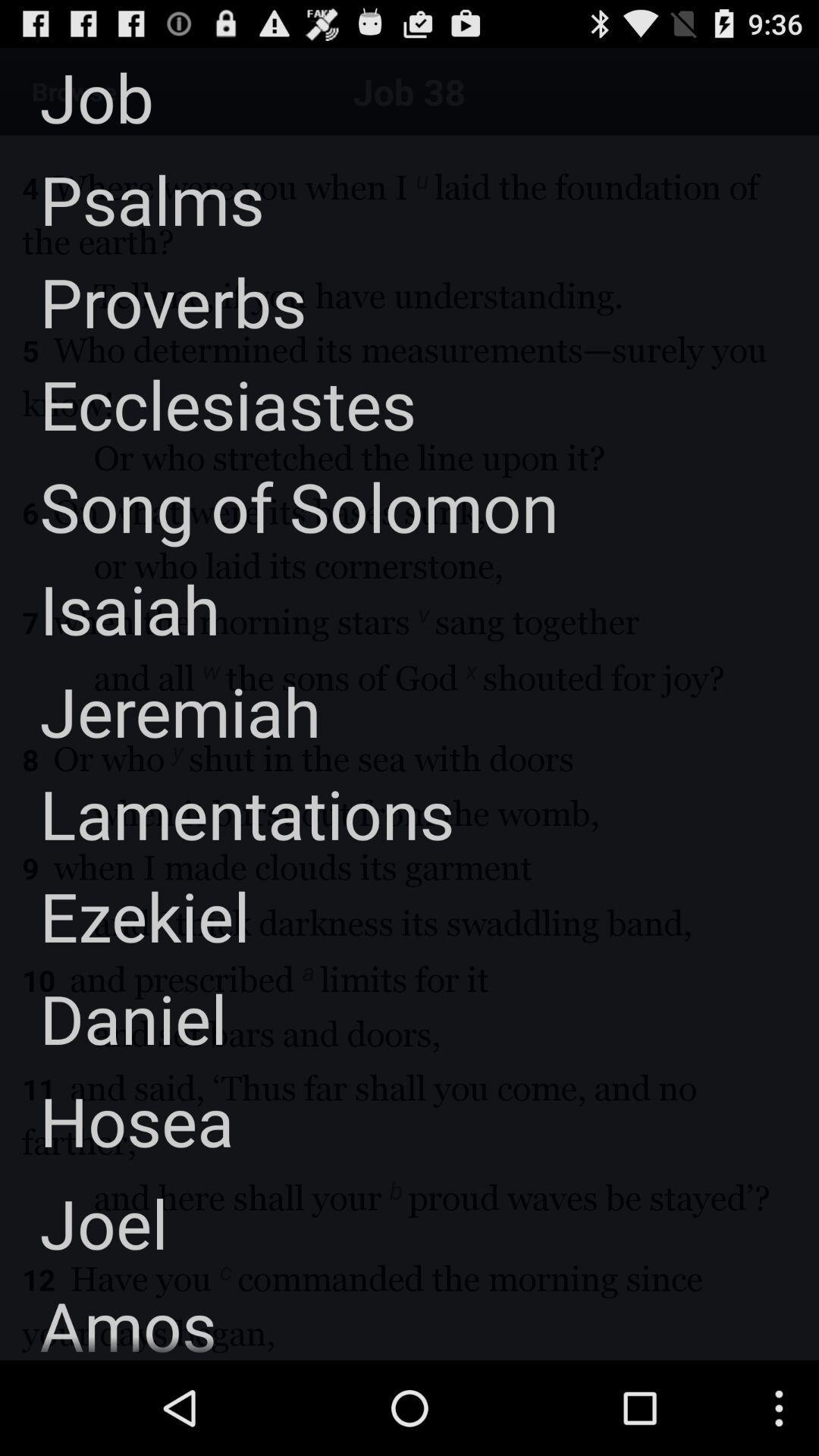 This screenshot has width=819, height=1456. I want to click on ezekiel item, so click(124, 915).